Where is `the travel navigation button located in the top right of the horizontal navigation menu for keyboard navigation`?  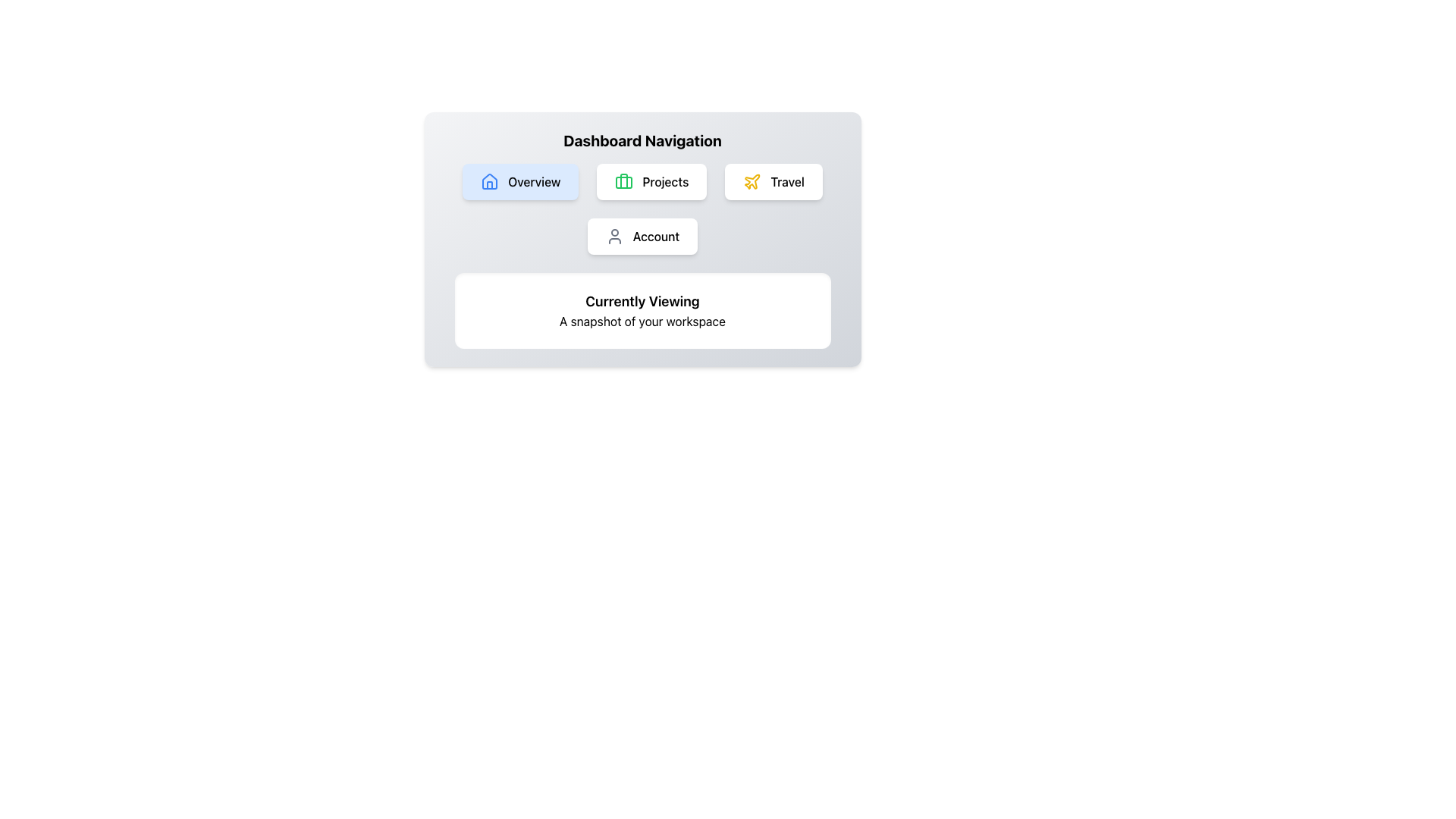 the travel navigation button located in the top right of the horizontal navigation menu for keyboard navigation is located at coordinates (773, 180).